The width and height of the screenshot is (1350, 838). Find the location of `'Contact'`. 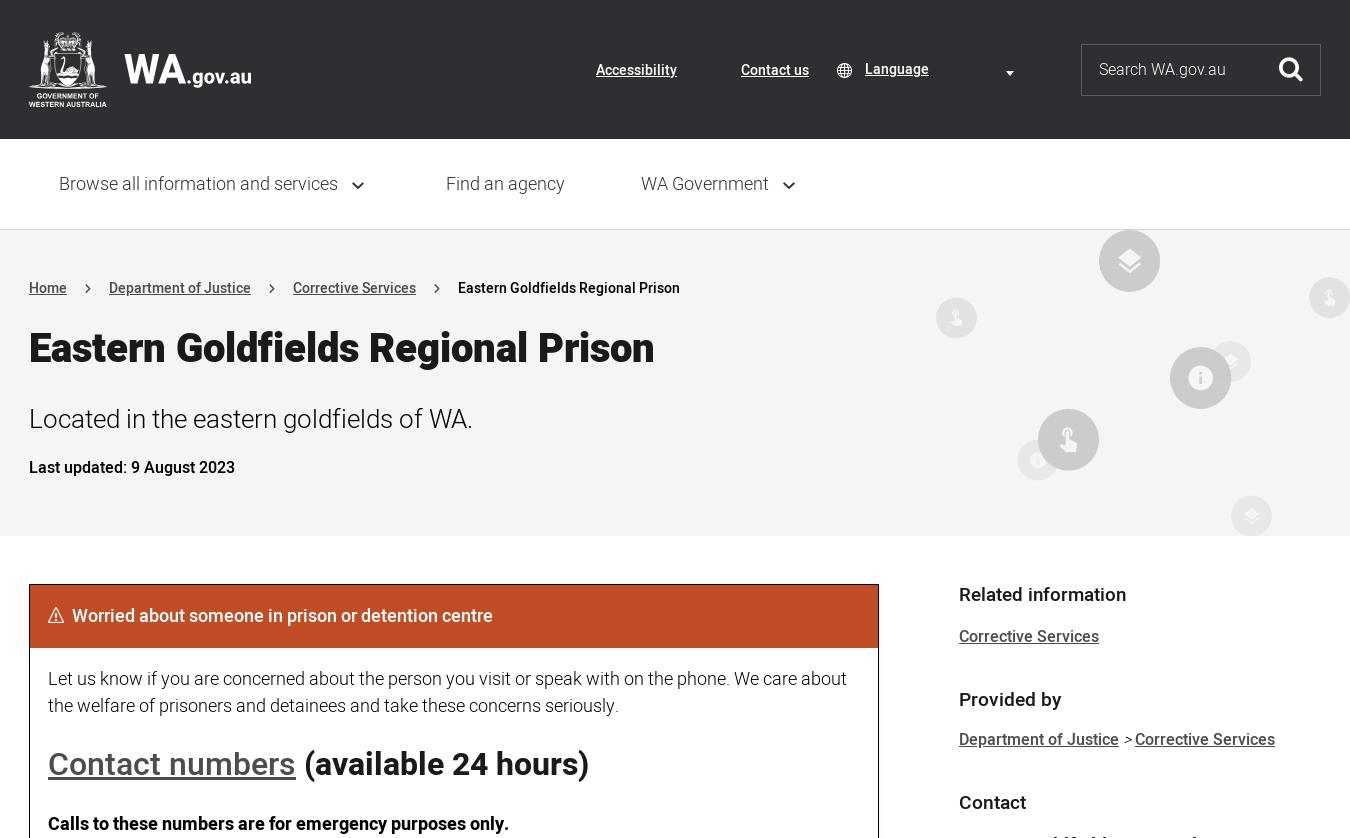

'Contact' is located at coordinates (958, 801).